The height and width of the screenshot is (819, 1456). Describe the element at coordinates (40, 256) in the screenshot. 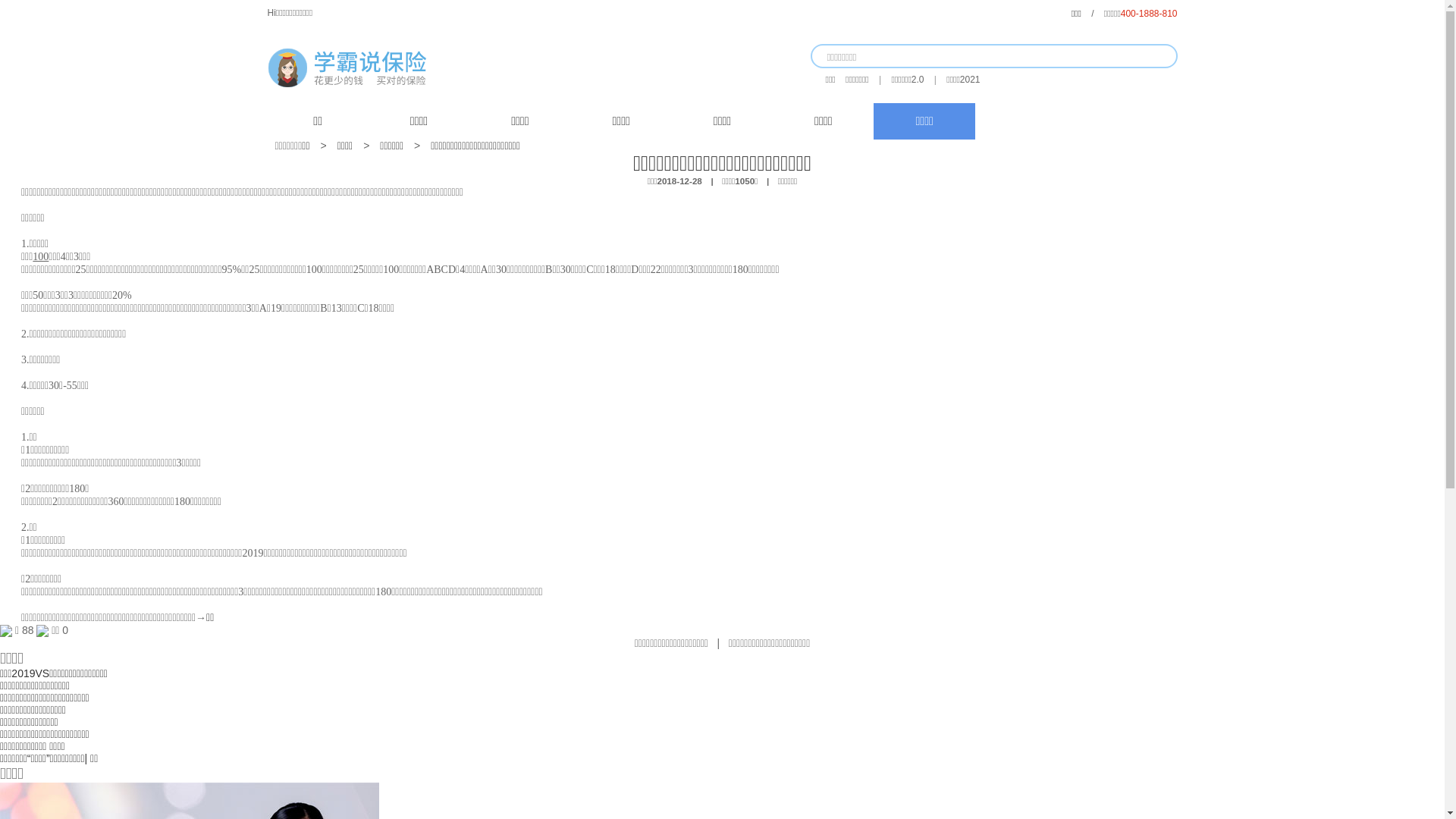

I see `'100'` at that location.